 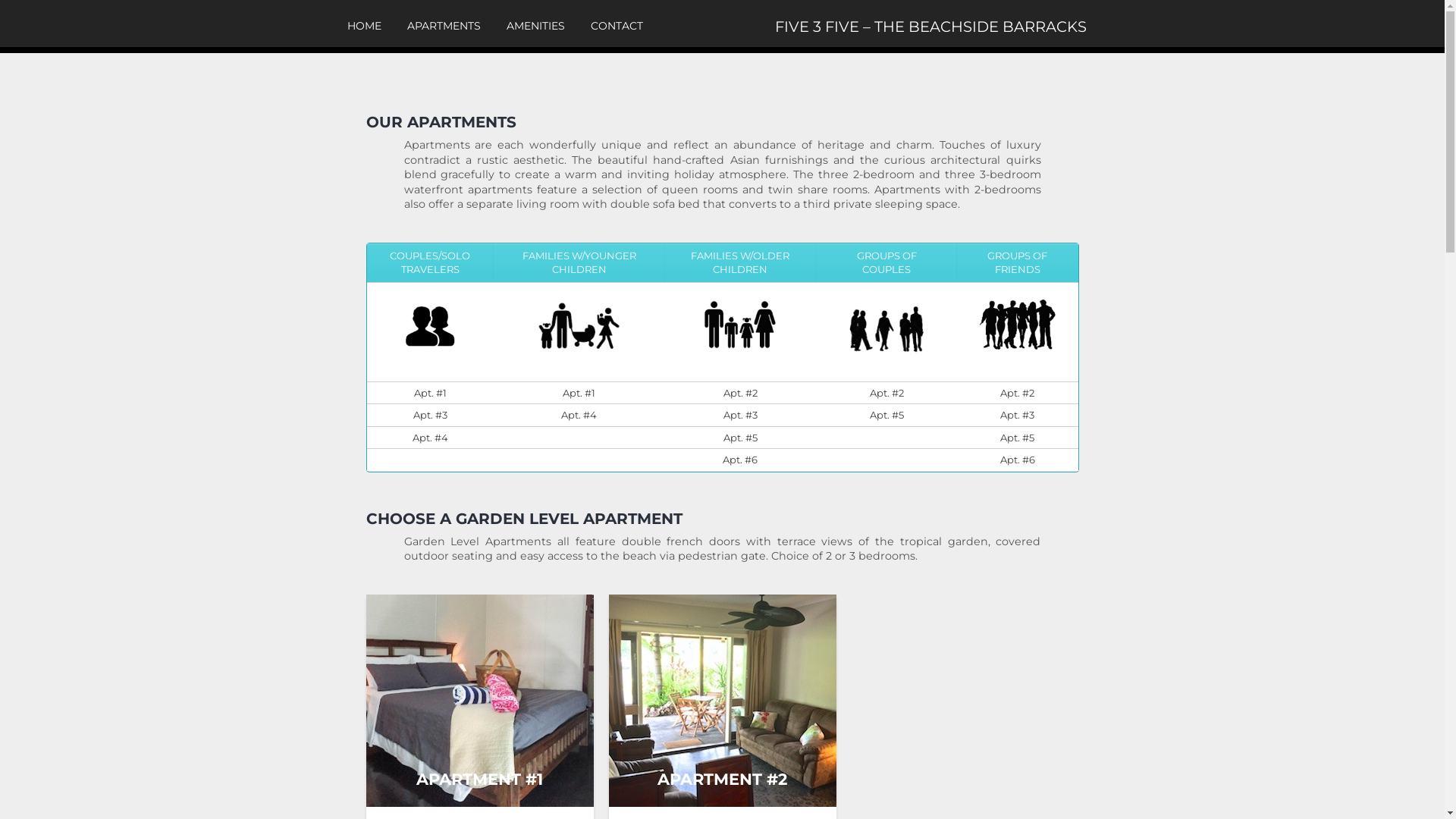 I want to click on 'HOME', so click(x=364, y=26).